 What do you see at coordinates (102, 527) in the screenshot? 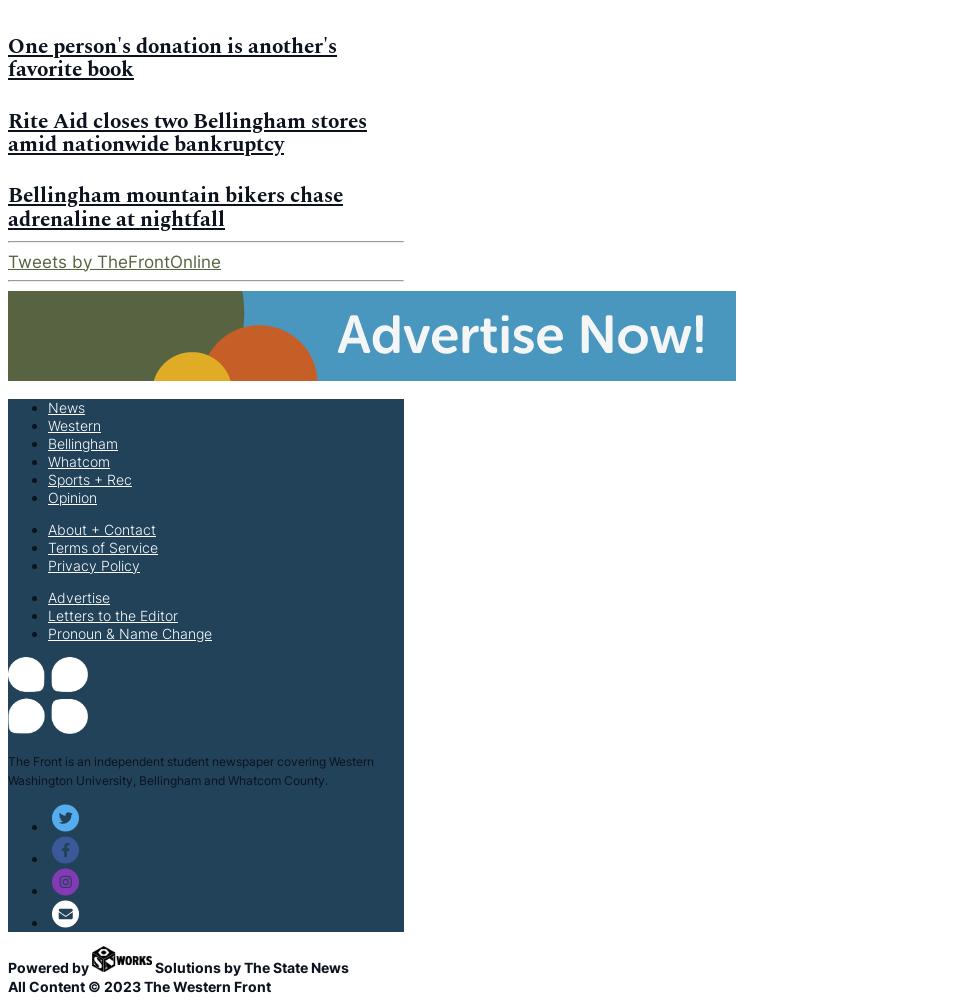
I see `'About + Contact'` at bounding box center [102, 527].